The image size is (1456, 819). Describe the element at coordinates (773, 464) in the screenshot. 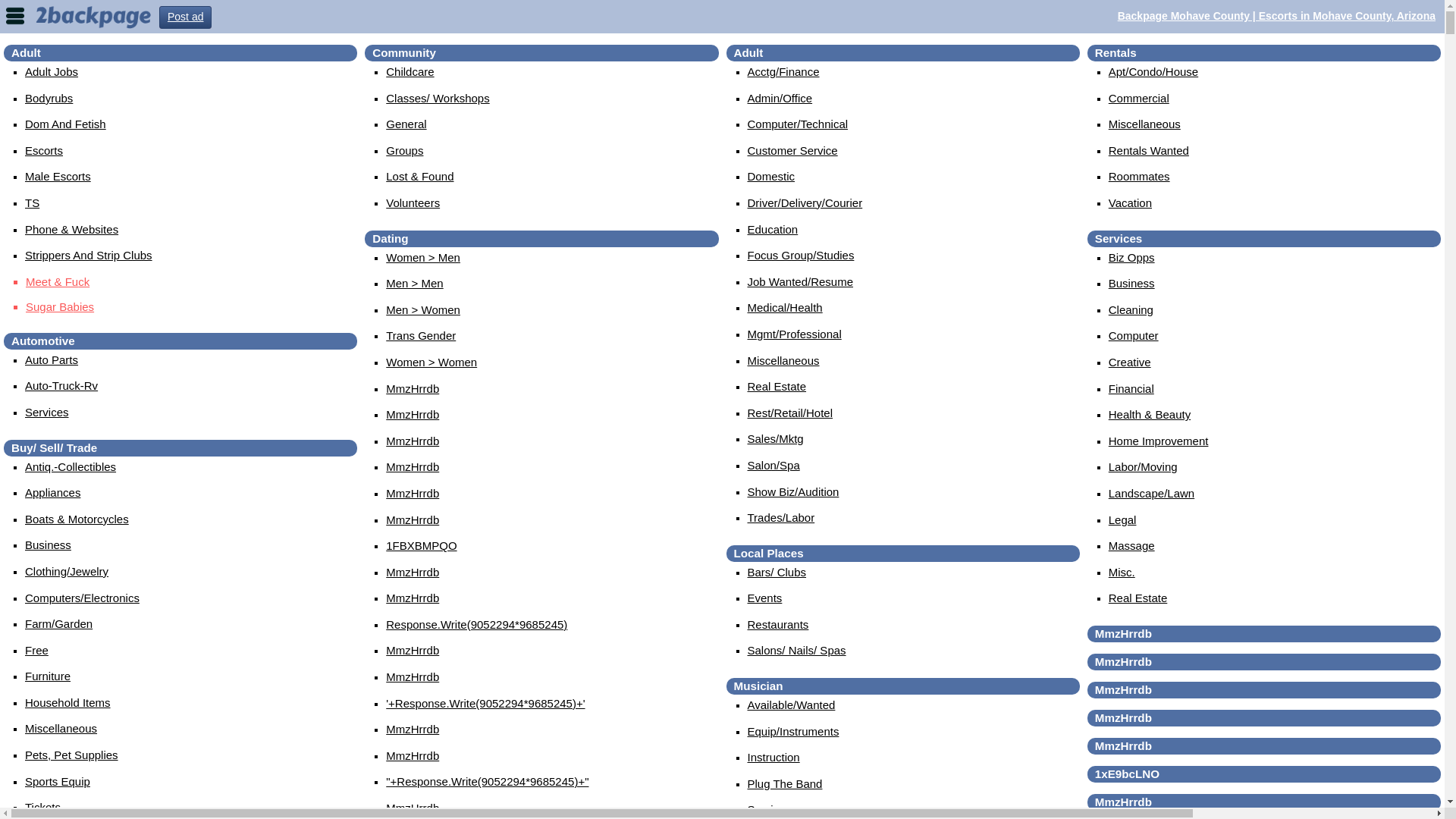

I see `'Salon/Spa'` at that location.